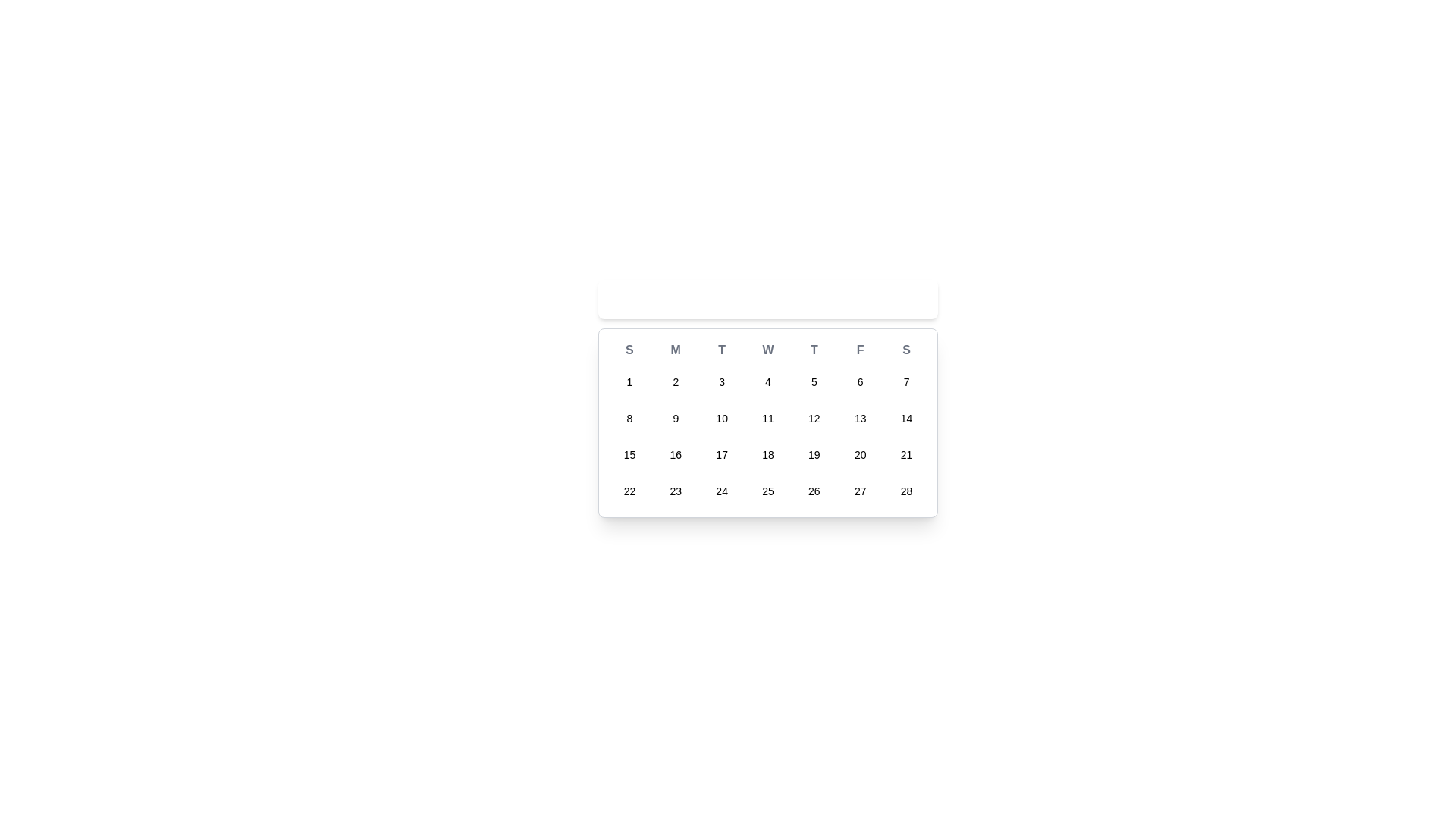 The width and height of the screenshot is (1456, 819). What do you see at coordinates (675, 491) in the screenshot?
I see `the calendar button representing a date in the fourth row and sixth column` at bounding box center [675, 491].